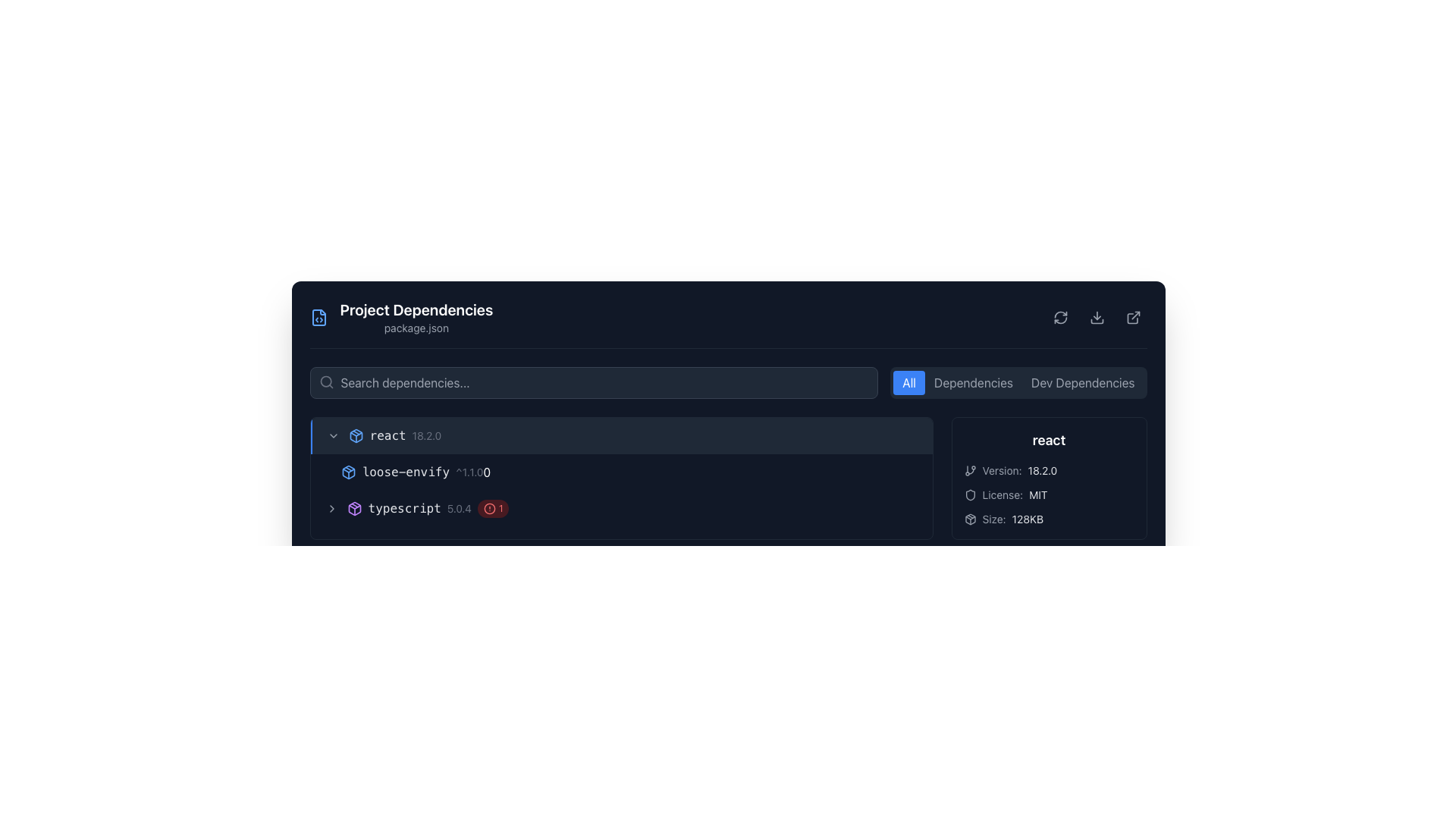 The width and height of the screenshot is (1456, 819). Describe the element at coordinates (355, 435) in the screenshot. I see `the polygonal shaped icon styled with blue lines, which is the first icon in the list item labeled 'react' in the Project Dependencies panel` at that location.